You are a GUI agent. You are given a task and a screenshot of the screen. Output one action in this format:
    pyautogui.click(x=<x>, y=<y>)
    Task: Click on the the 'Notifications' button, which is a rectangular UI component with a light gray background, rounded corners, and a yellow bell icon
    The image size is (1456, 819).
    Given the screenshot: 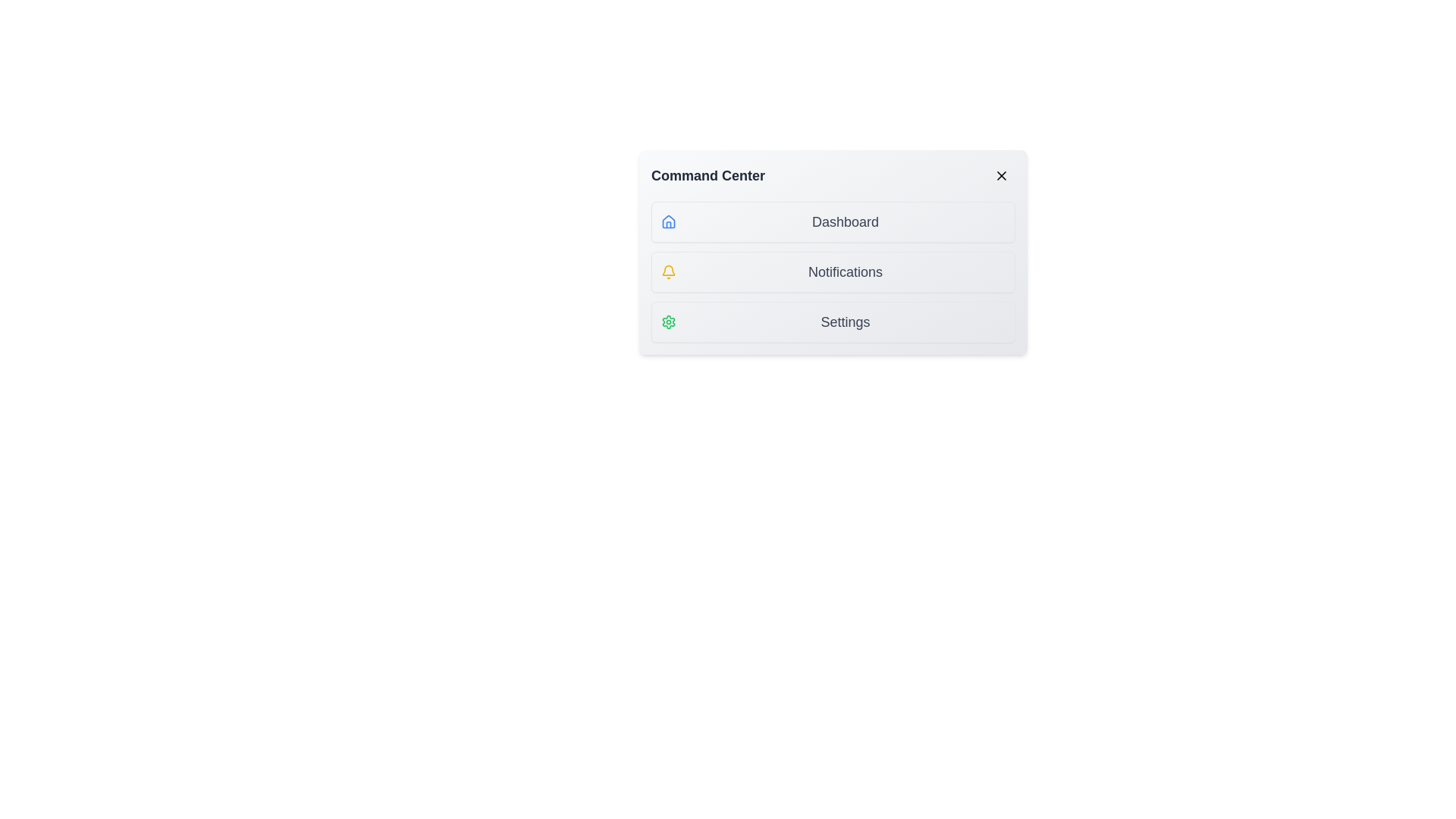 What is the action you would take?
    pyautogui.click(x=833, y=271)
    